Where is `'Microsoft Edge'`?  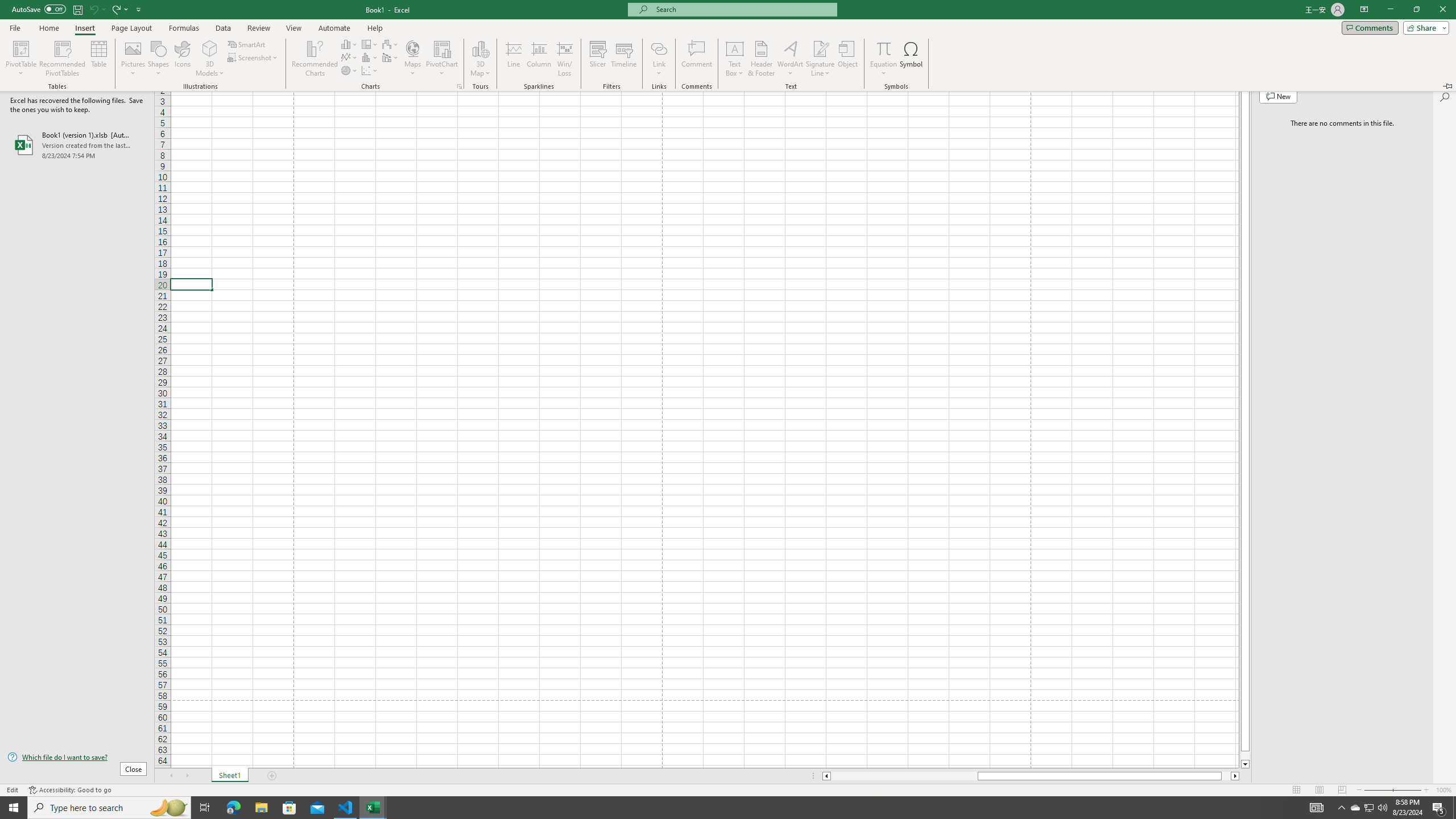
'Microsoft Edge' is located at coordinates (233, 806).